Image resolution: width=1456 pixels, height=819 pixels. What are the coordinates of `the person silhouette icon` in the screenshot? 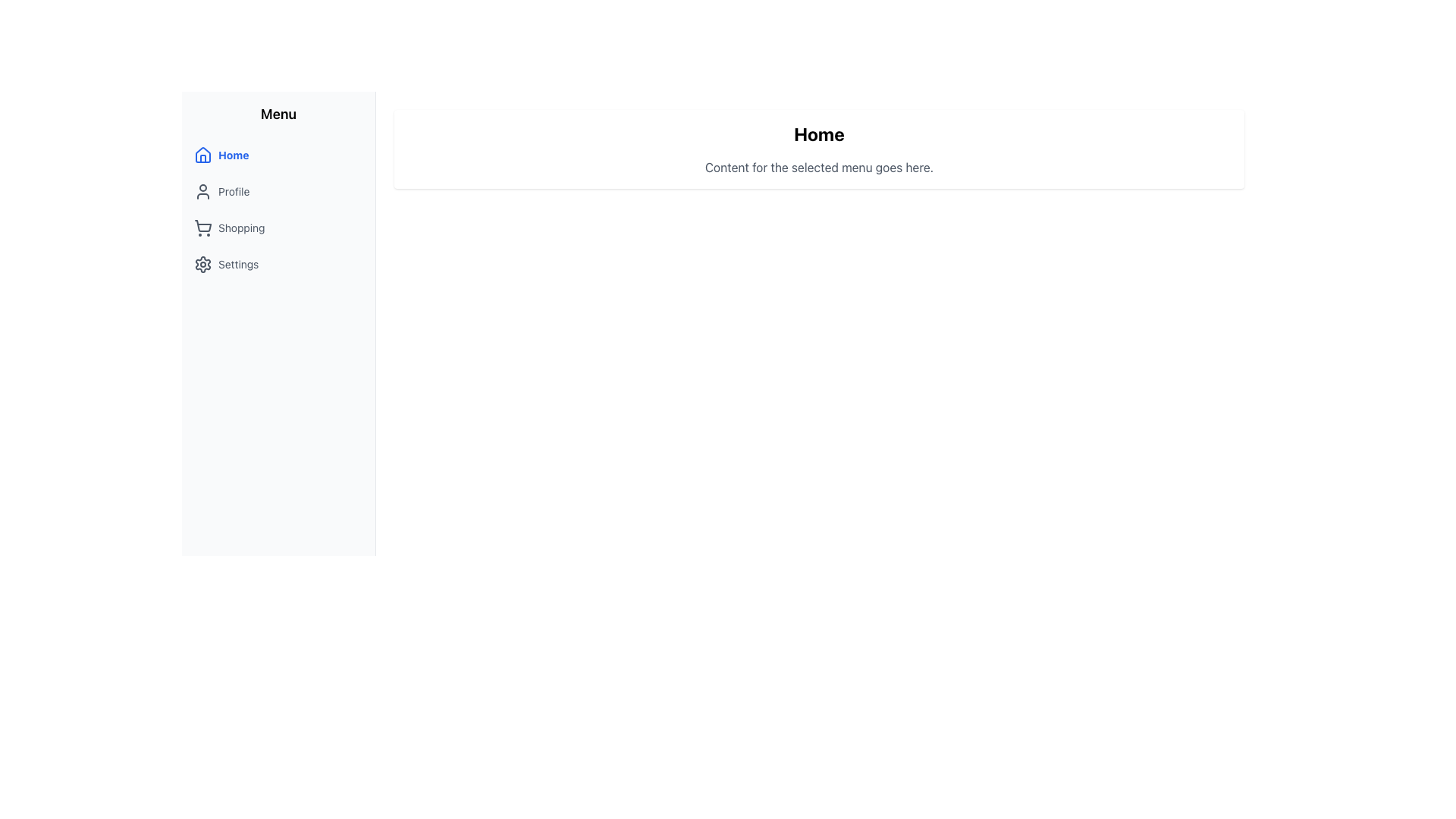 It's located at (202, 191).